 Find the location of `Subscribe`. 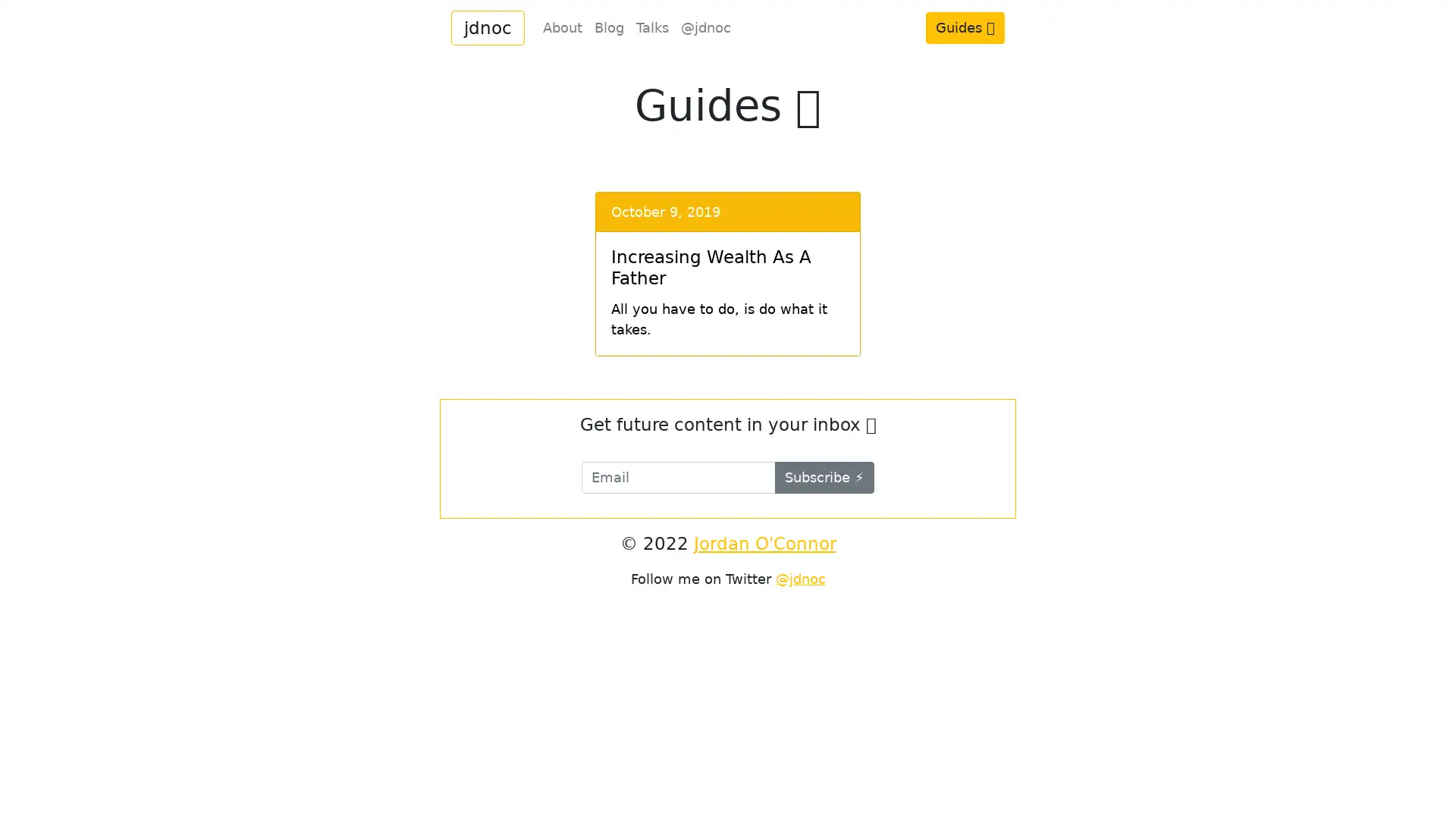

Subscribe is located at coordinates (824, 476).